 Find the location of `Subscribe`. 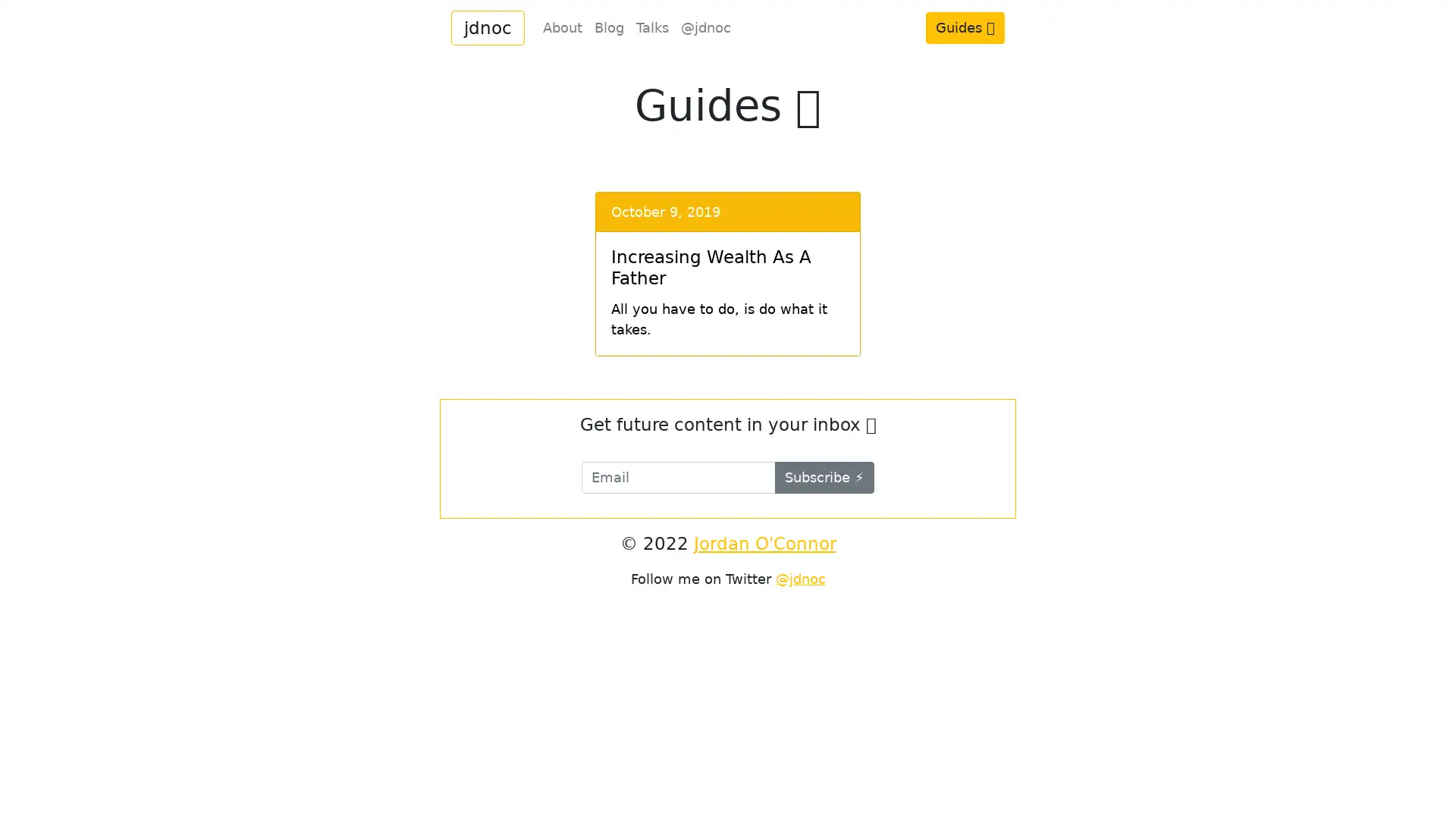

Subscribe is located at coordinates (824, 476).